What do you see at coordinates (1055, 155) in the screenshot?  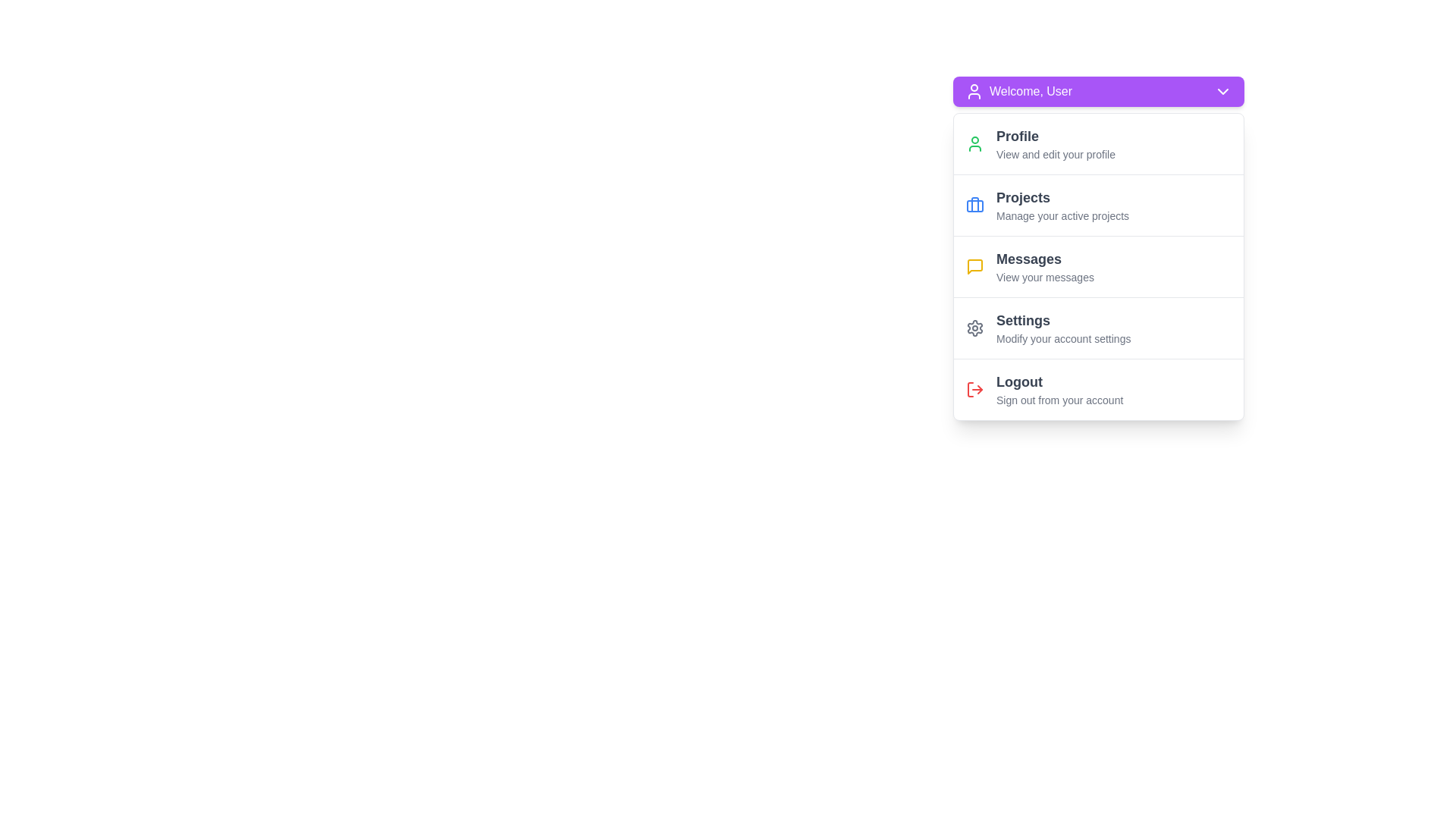 I see `the static text element reading 'View and edit your profile.' which is located under the 'Profile' label in the dropdown menu` at bounding box center [1055, 155].